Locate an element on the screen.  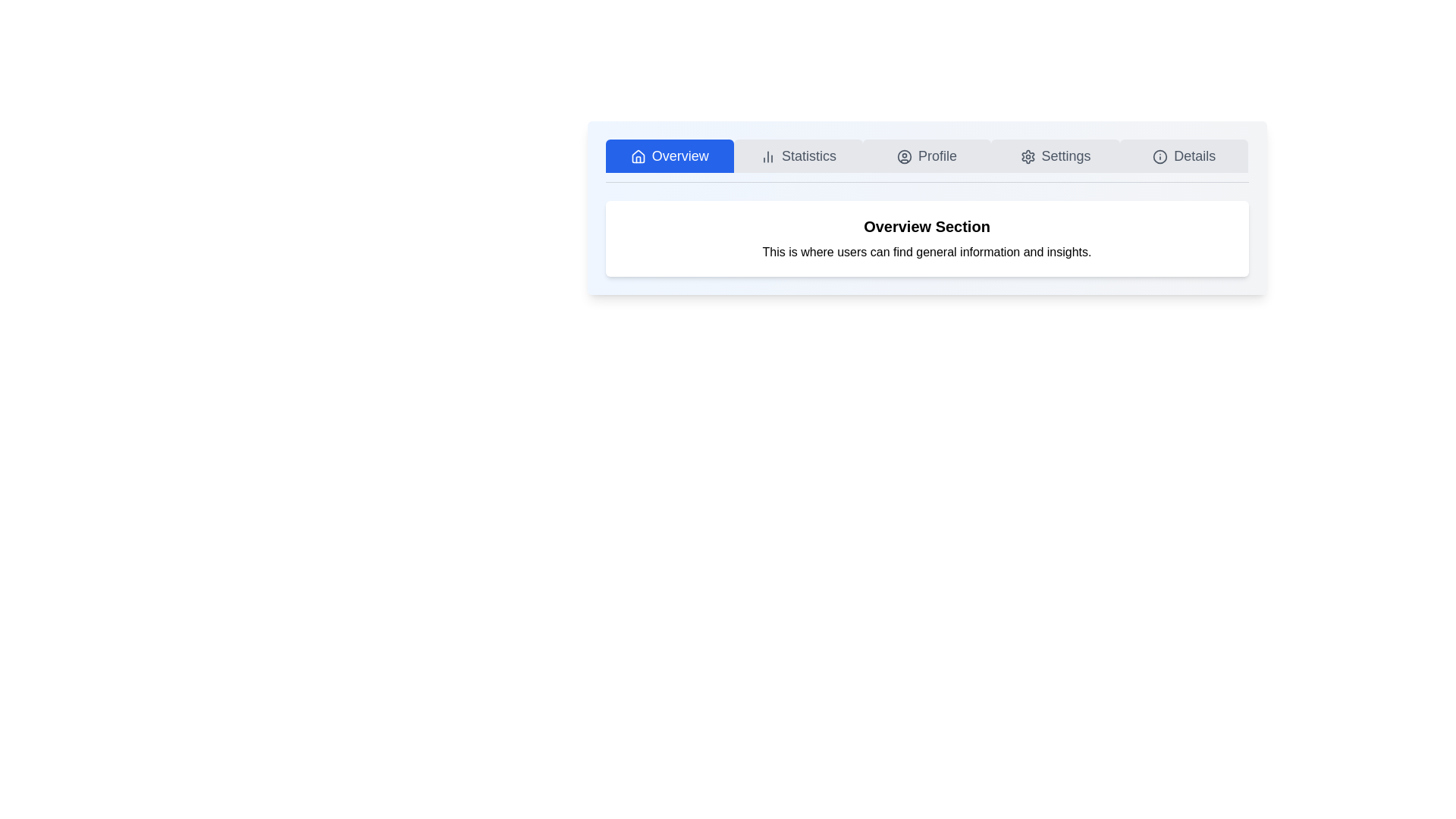
the informational icon located to the left of the text within the 'Details' button on the far right of the navigation tabs is located at coordinates (1159, 157).